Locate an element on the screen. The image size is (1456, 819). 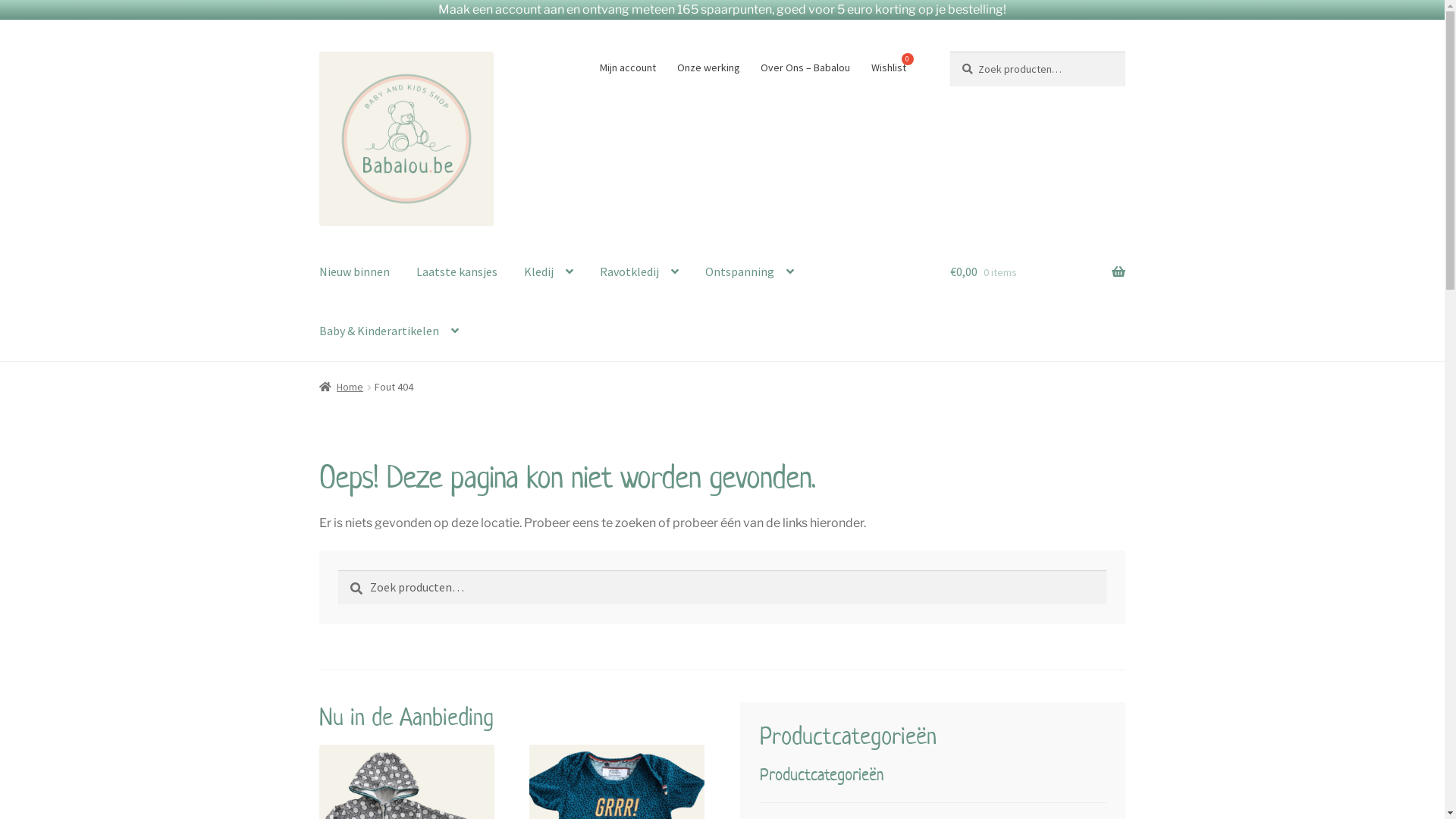
'Ontspanning' is located at coordinates (749, 271).